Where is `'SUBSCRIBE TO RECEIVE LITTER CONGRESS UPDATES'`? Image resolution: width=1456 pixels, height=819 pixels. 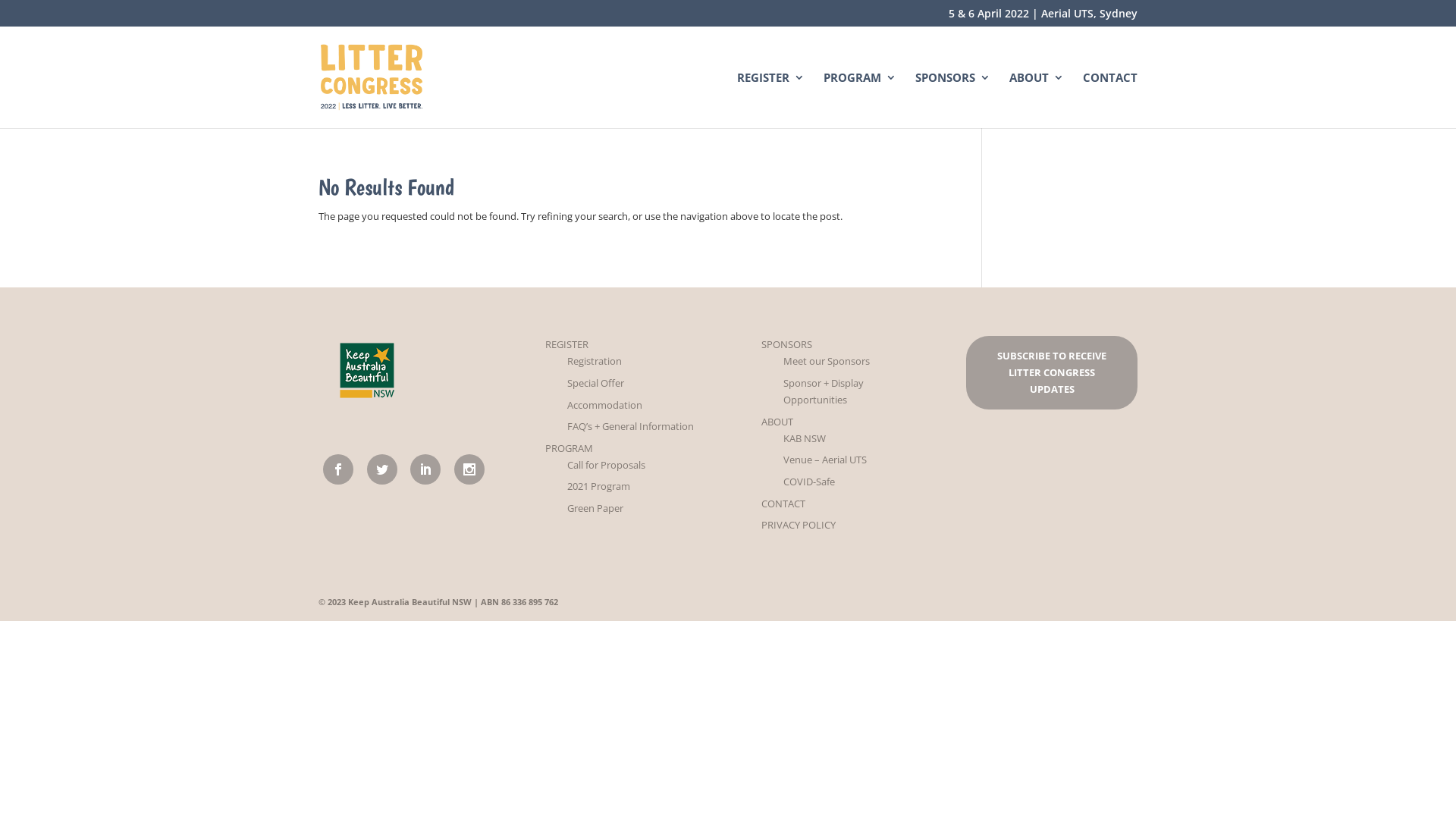
'SUBSCRIBE TO RECEIVE LITTER CONGRESS UPDATES' is located at coordinates (1050, 372).